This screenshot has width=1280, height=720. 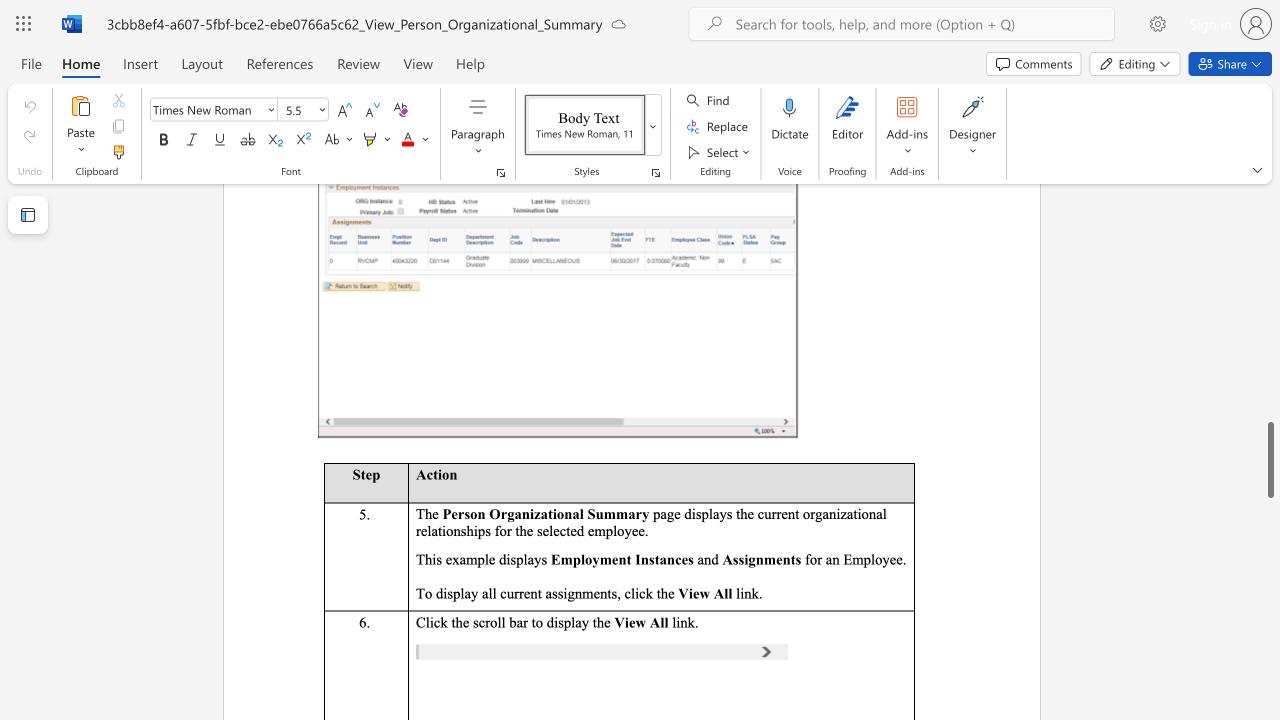 What do you see at coordinates (888, 559) in the screenshot?
I see `the subset text "ee. To display all current assignme" within the text "for an Employee. To display all current assignments, click the"` at bounding box center [888, 559].